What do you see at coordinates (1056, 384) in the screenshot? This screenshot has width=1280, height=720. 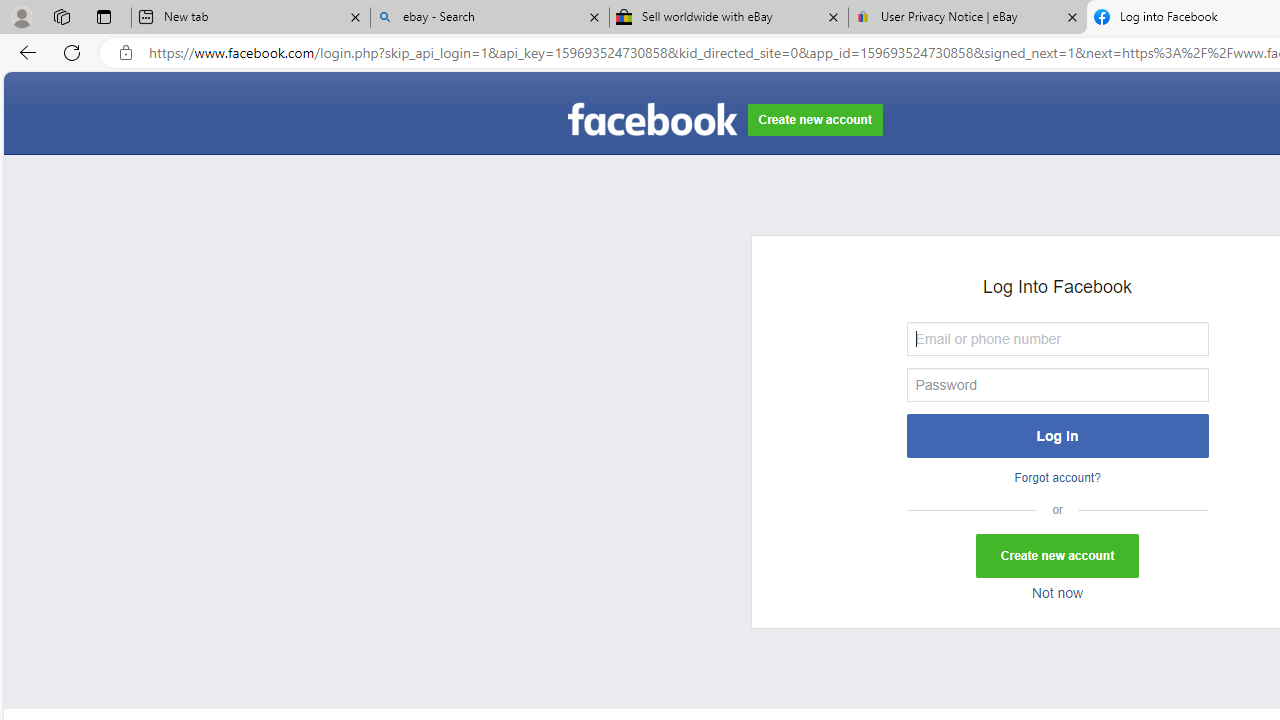 I see `'Password'` at bounding box center [1056, 384].